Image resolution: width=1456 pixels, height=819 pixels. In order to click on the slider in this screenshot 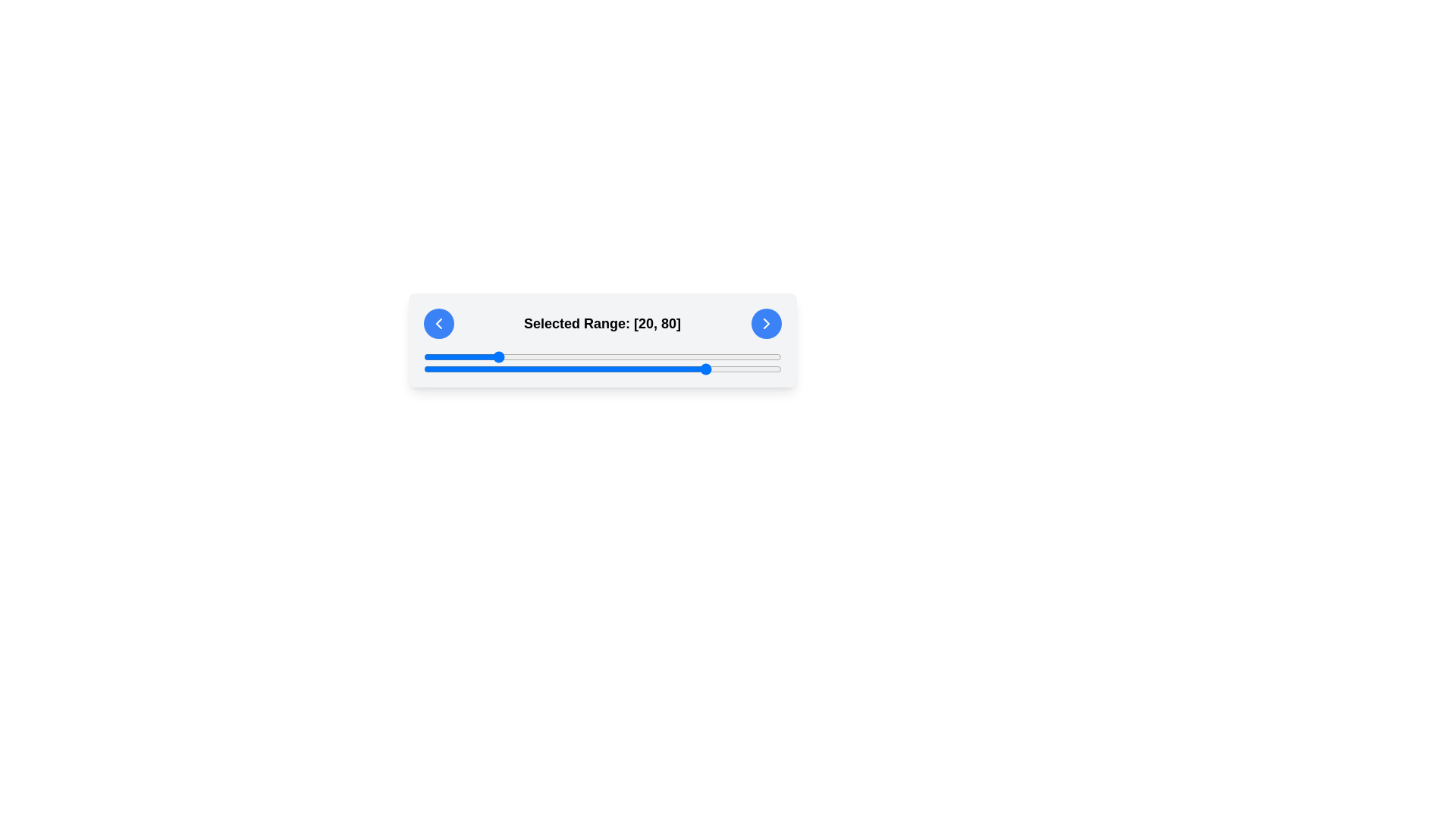, I will do `click(698, 369)`.